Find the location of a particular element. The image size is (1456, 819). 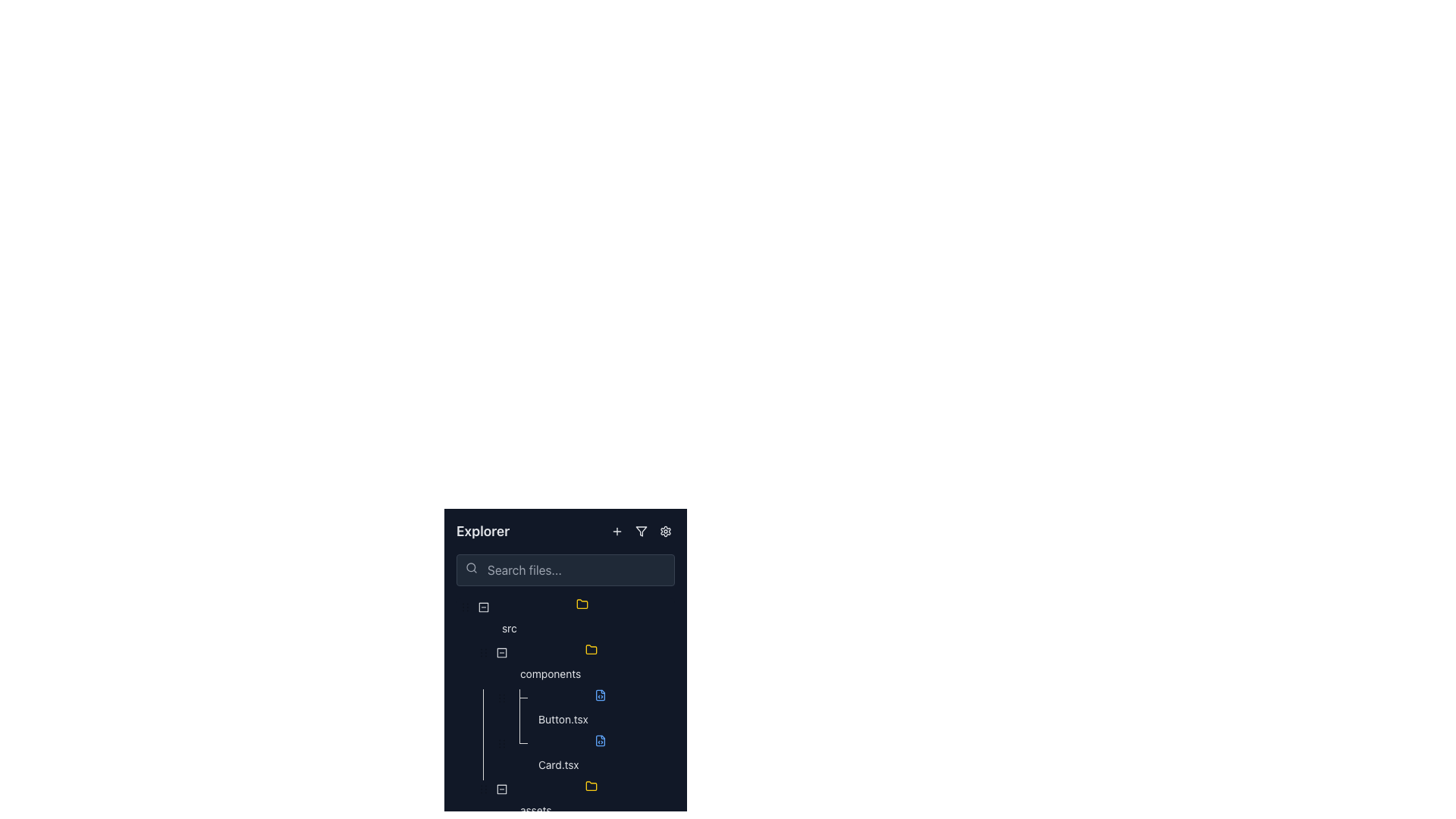

the folder icon located in the 'Explorer' panel next to the title text 'assets' is located at coordinates (593, 789).